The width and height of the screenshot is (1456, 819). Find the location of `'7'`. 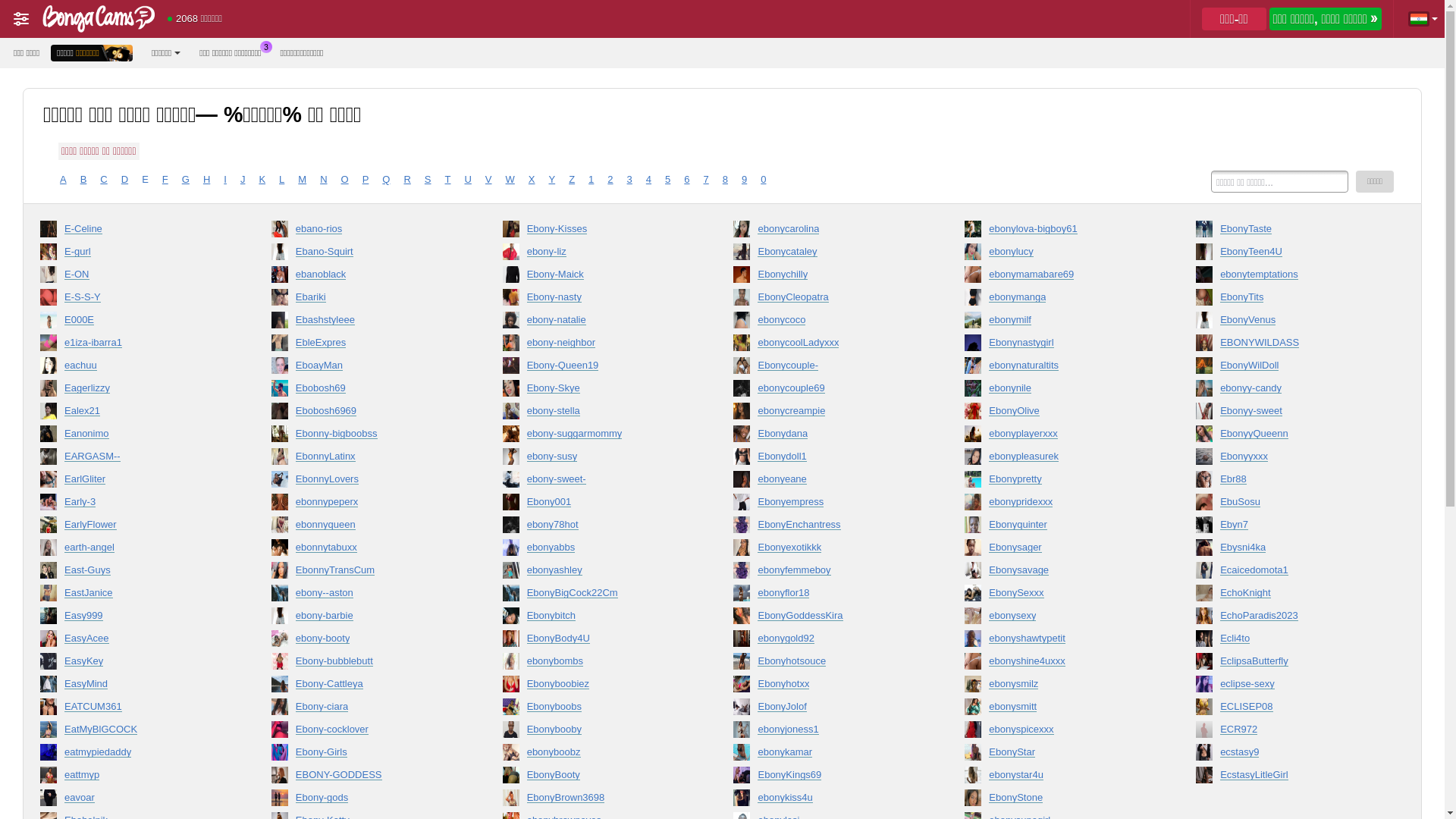

'7' is located at coordinates (705, 178).